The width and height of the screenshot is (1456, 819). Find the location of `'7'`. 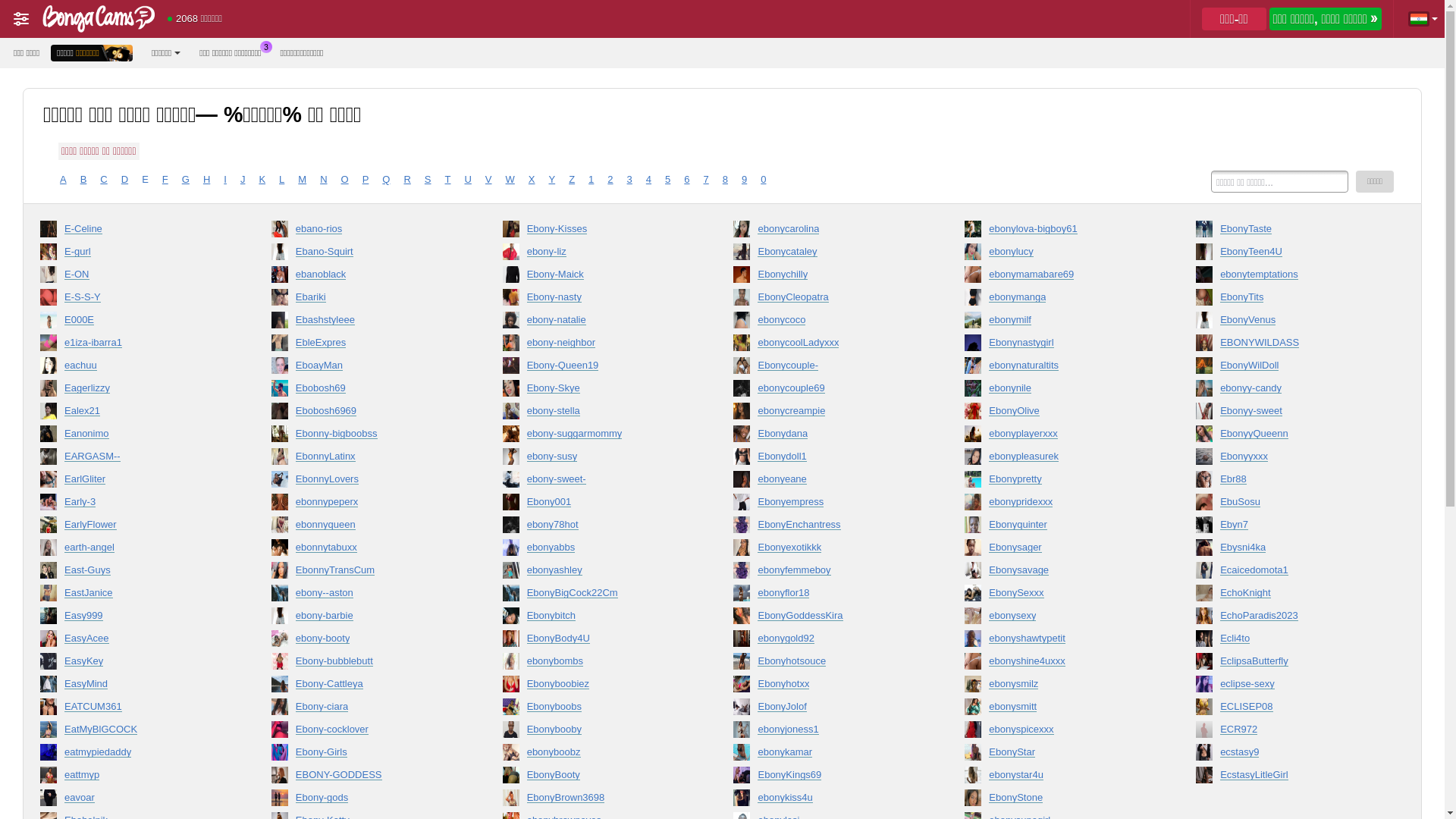

'7' is located at coordinates (705, 178).